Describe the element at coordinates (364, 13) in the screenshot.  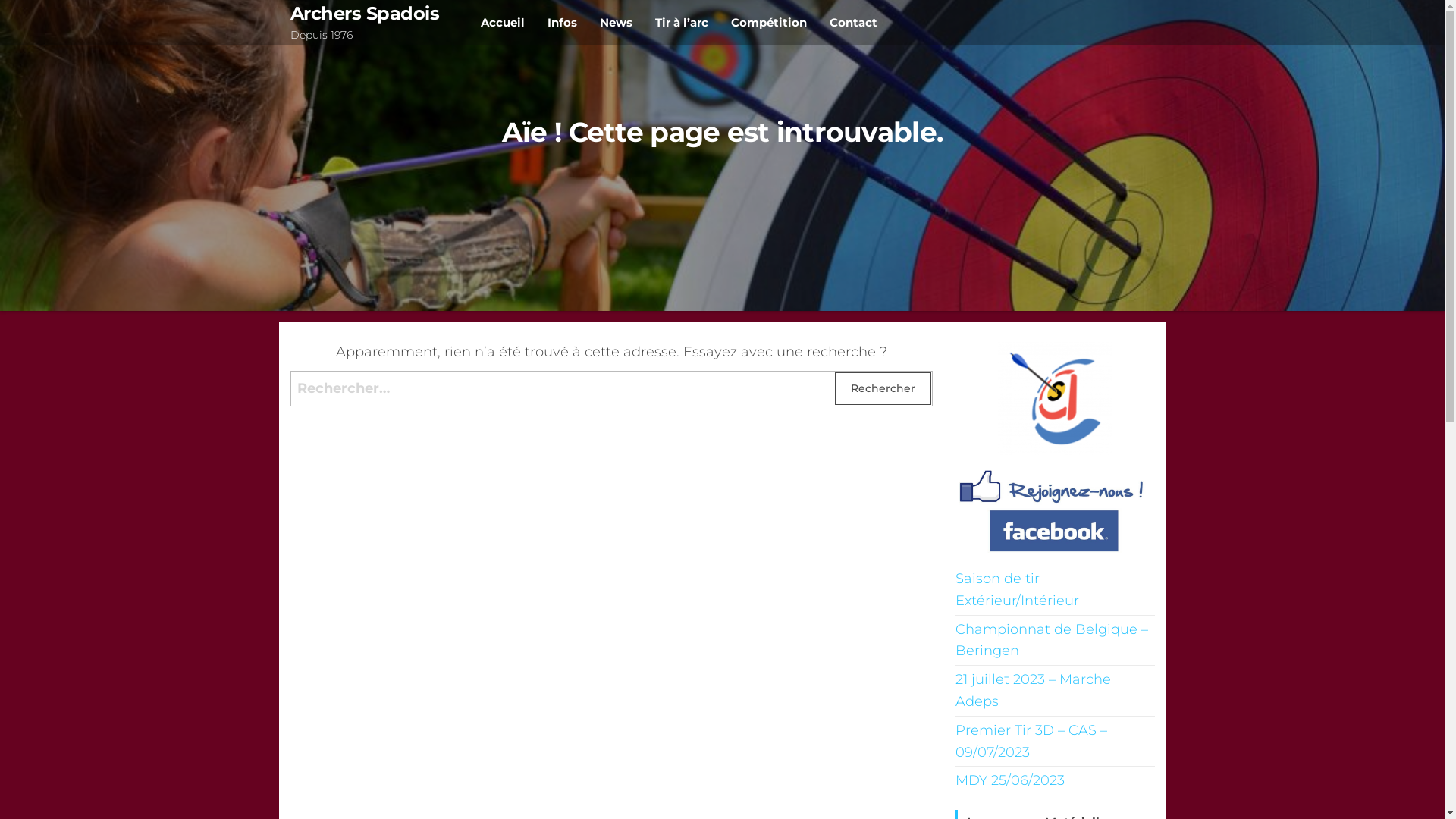
I see `'Archers Spadois'` at that location.